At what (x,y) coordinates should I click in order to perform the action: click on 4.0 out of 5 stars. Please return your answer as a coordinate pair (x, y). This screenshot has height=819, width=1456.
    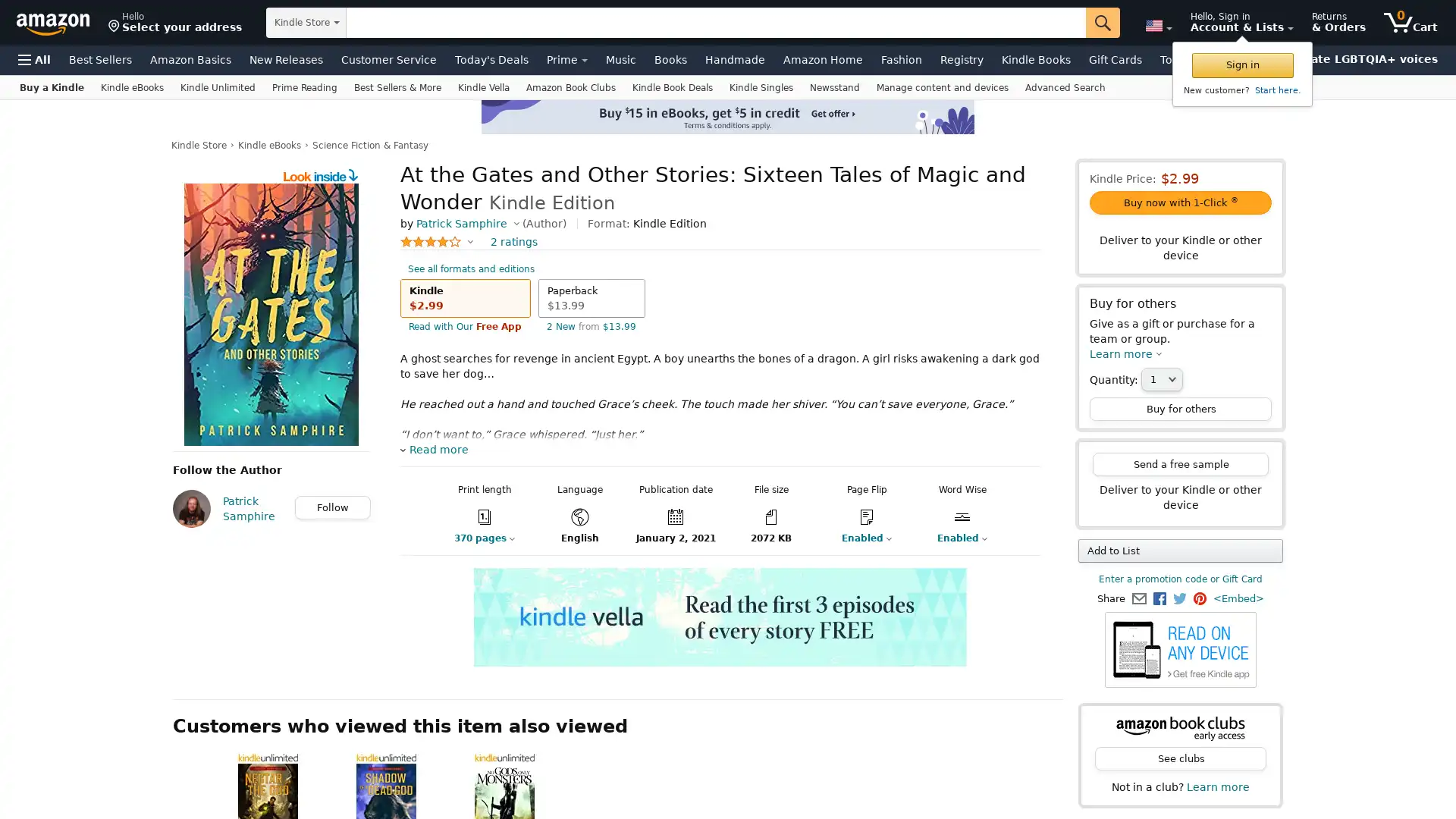
    Looking at the image, I should click on (436, 241).